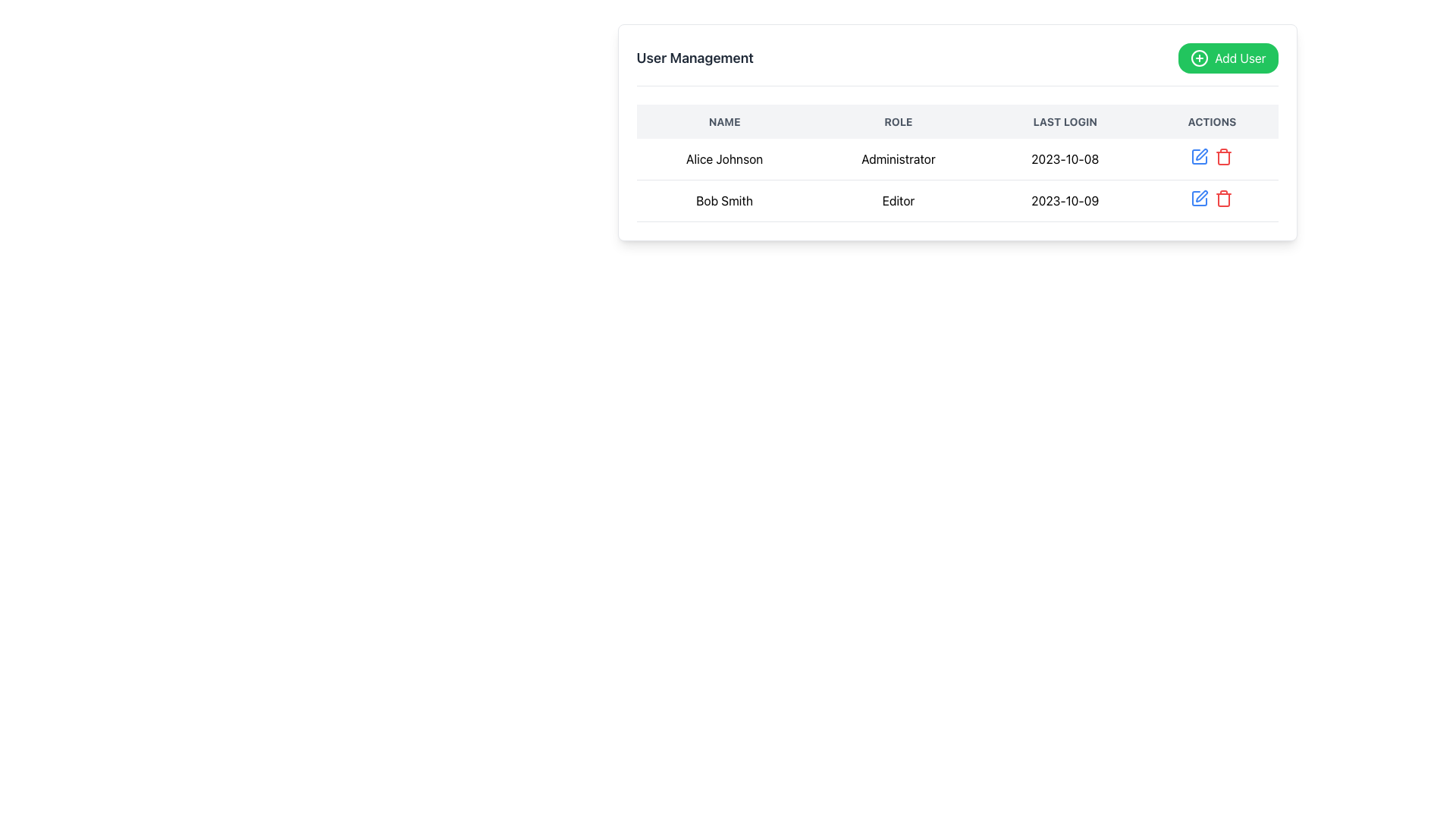  What do you see at coordinates (956, 179) in the screenshot?
I see `the first row of the user information table, which displays user details such as name, role, and last login` at bounding box center [956, 179].